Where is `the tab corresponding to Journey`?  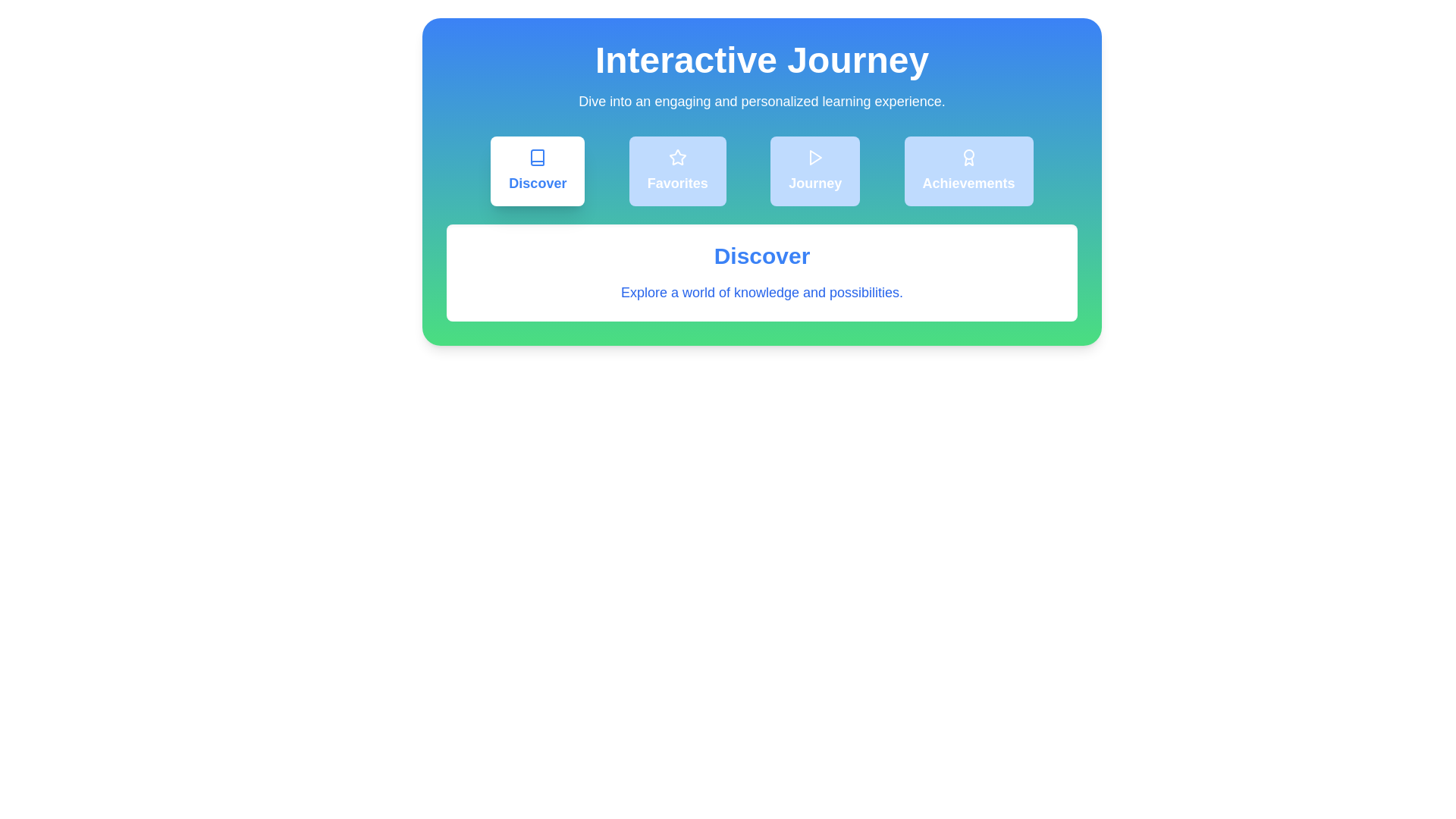
the tab corresponding to Journey is located at coordinates (814, 171).